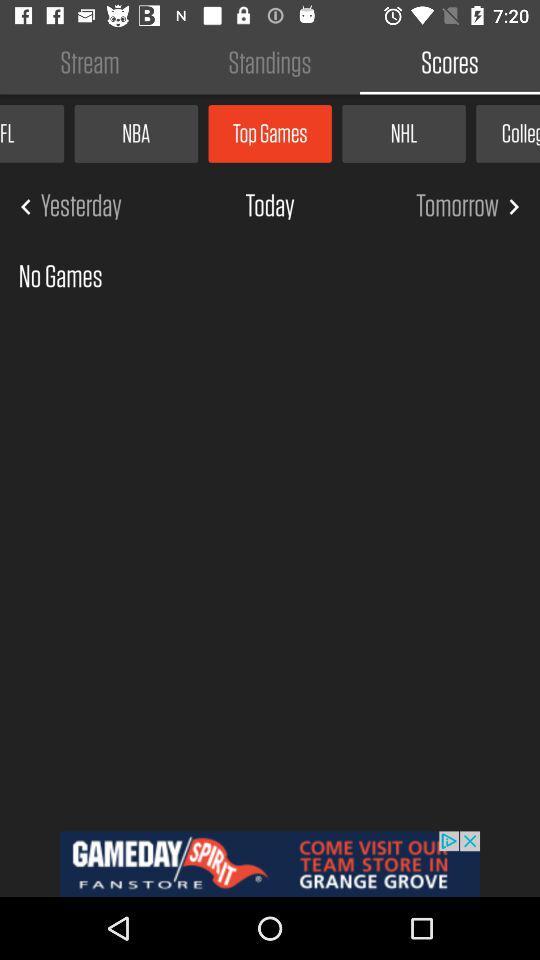 This screenshot has height=960, width=540. Describe the element at coordinates (270, 863) in the screenshot. I see `advertisement` at that location.